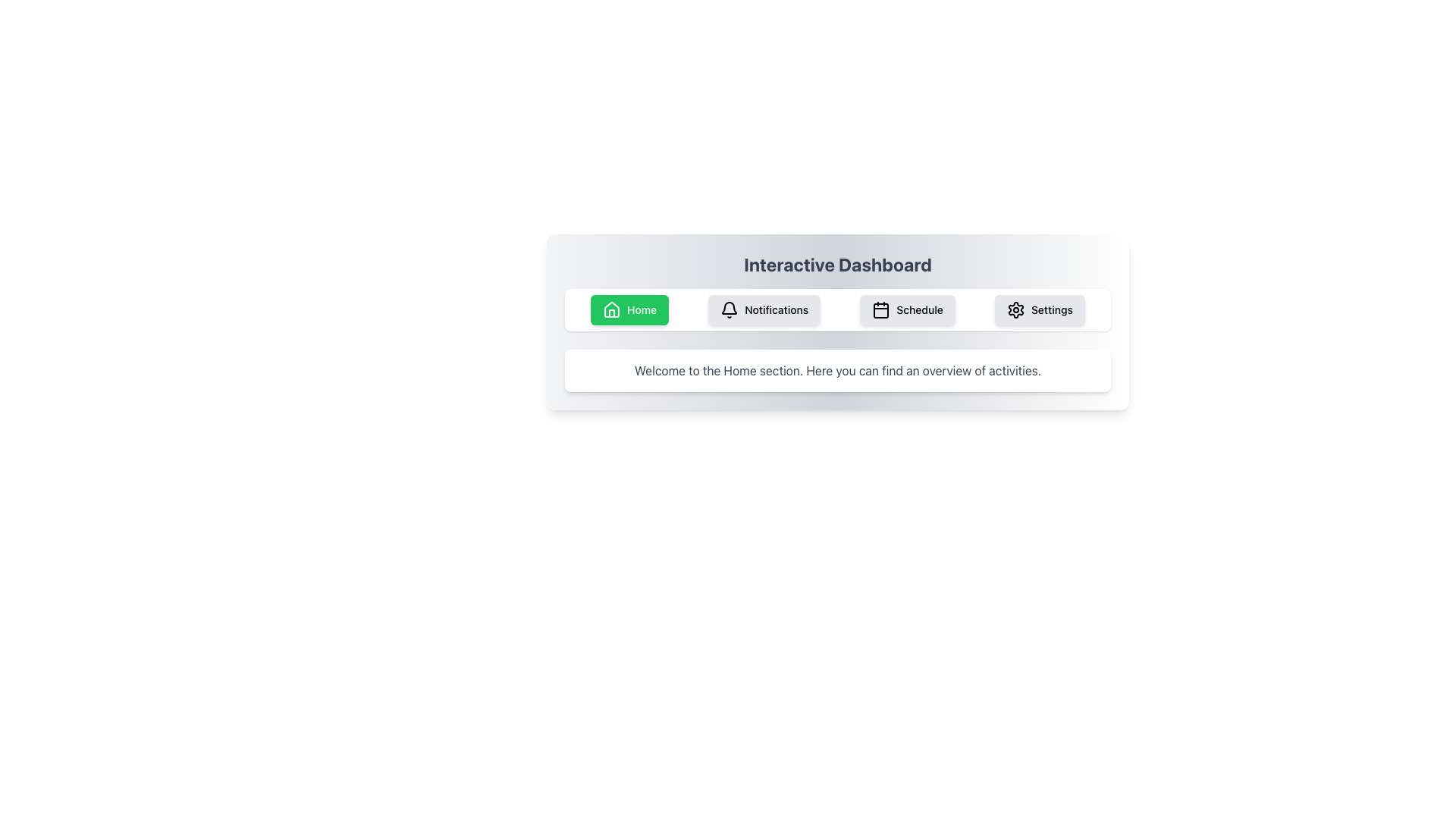 Image resolution: width=1456 pixels, height=819 pixels. I want to click on the 'Home' button, so click(642, 309).